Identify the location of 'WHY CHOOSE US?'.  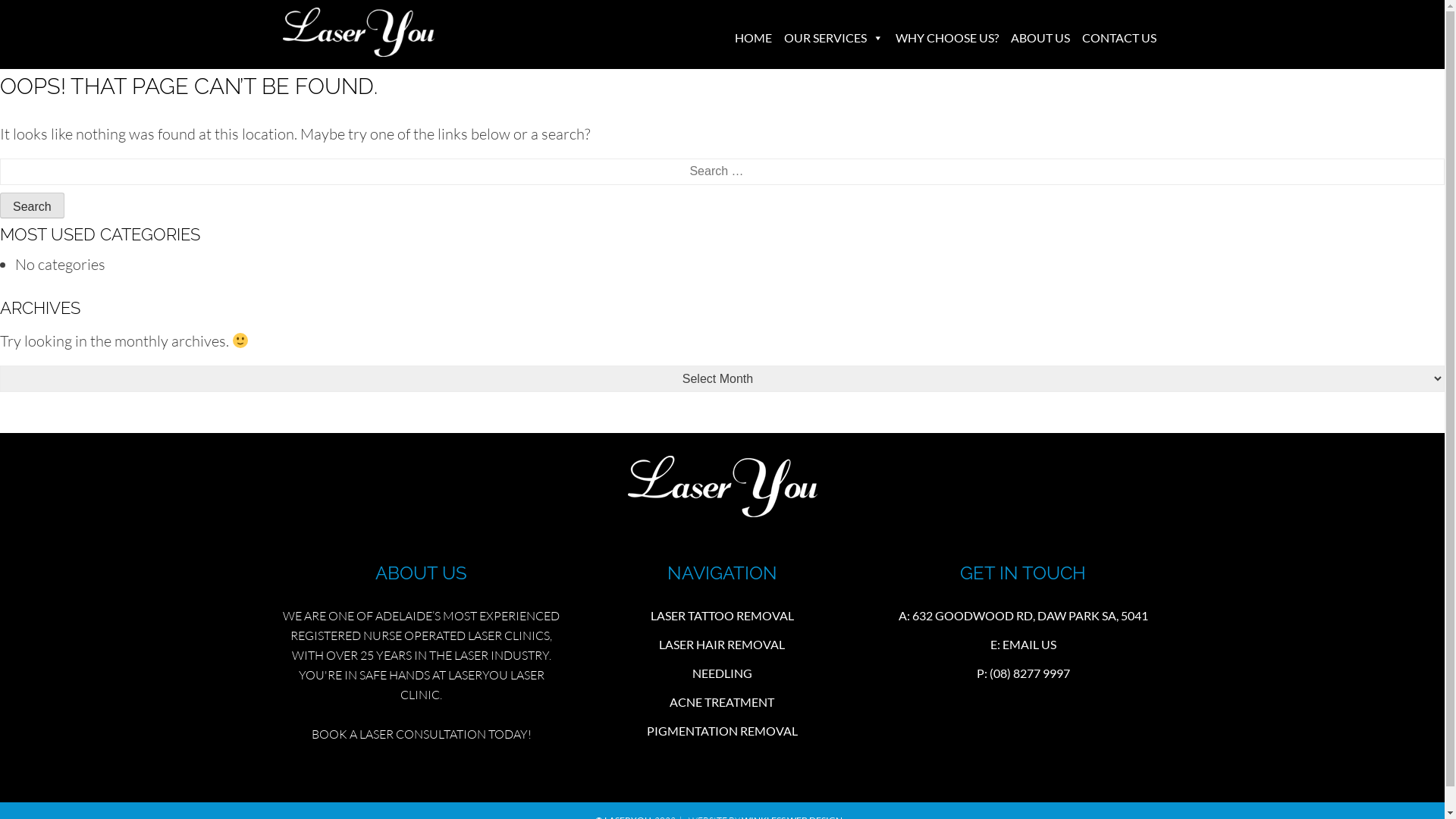
(946, 37).